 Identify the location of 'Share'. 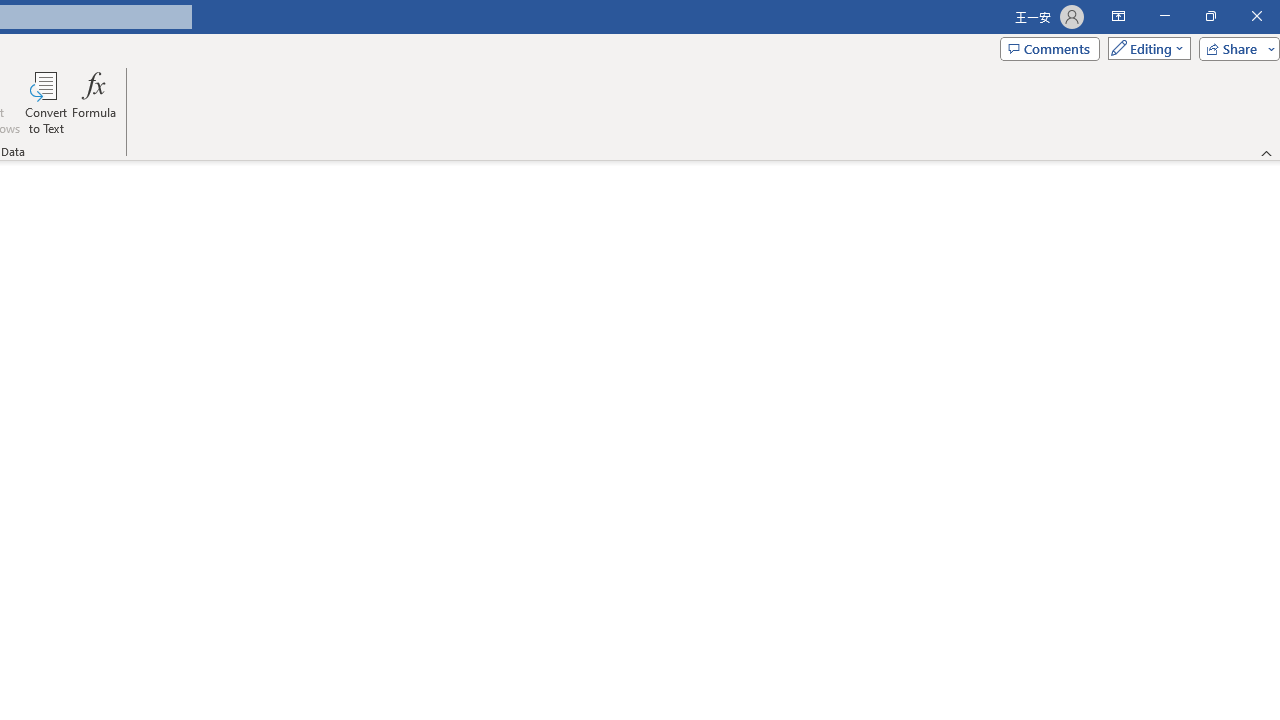
(1234, 47).